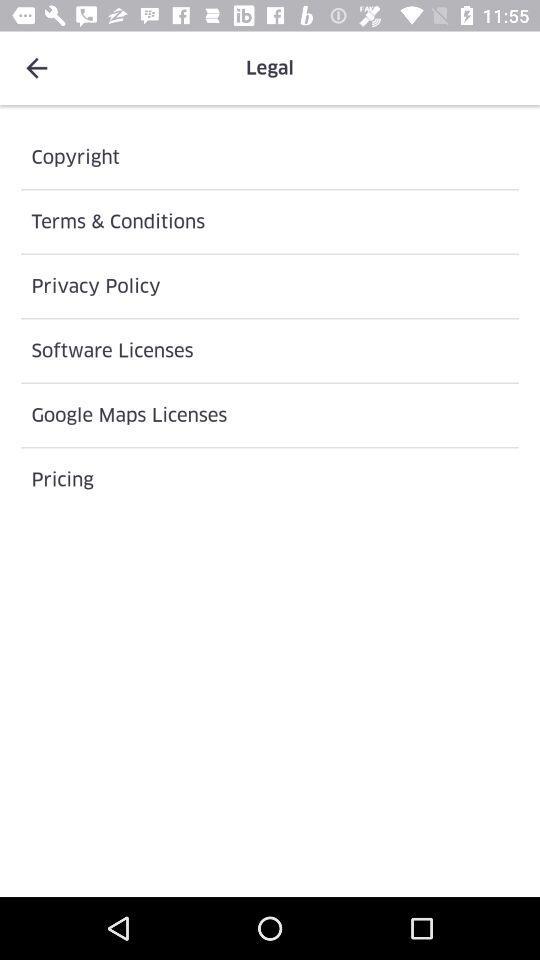 The width and height of the screenshot is (540, 960). Describe the element at coordinates (270, 414) in the screenshot. I see `icon below the software licenses icon` at that location.